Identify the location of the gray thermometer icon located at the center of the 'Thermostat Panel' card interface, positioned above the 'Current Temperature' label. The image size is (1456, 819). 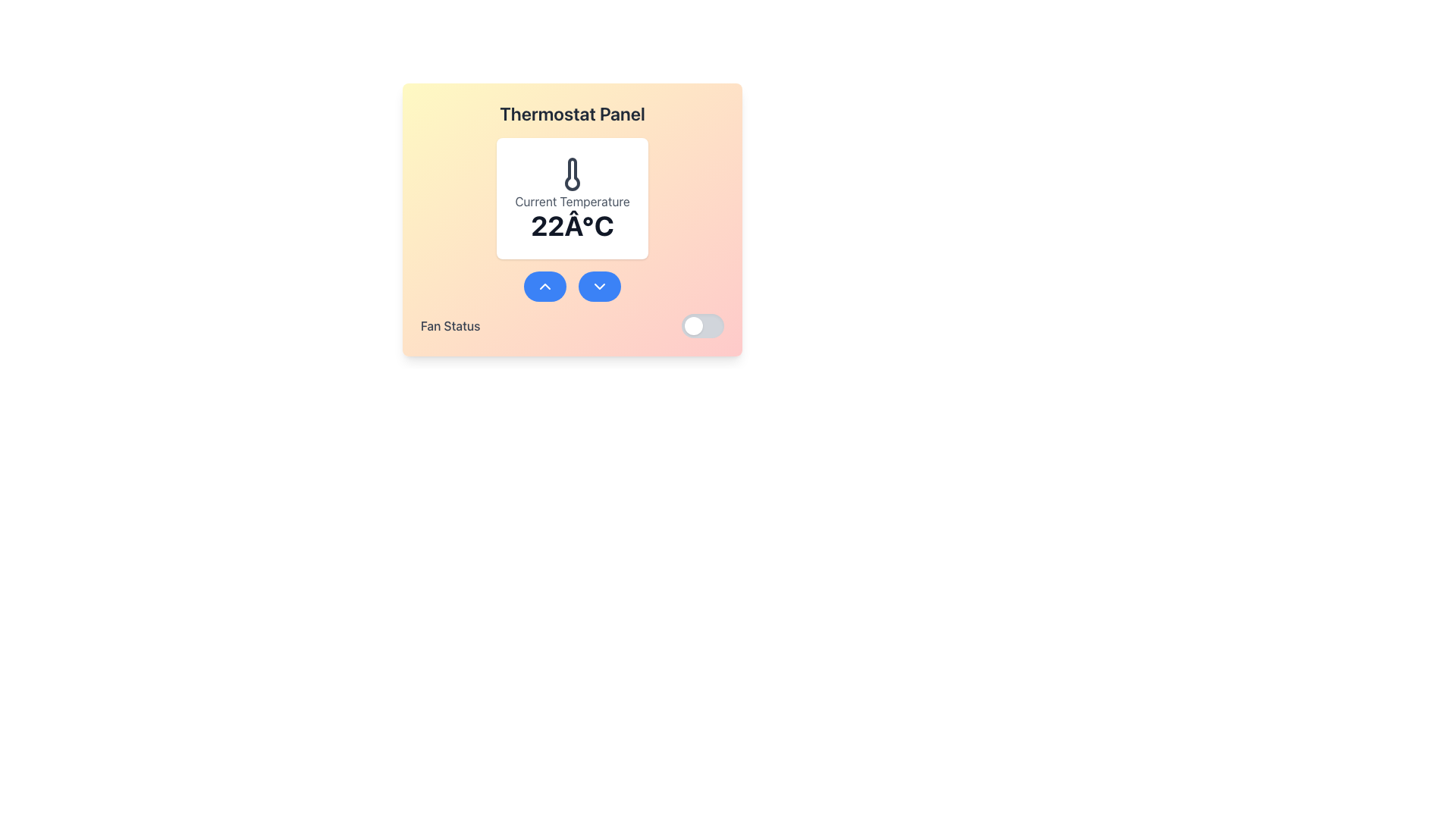
(571, 174).